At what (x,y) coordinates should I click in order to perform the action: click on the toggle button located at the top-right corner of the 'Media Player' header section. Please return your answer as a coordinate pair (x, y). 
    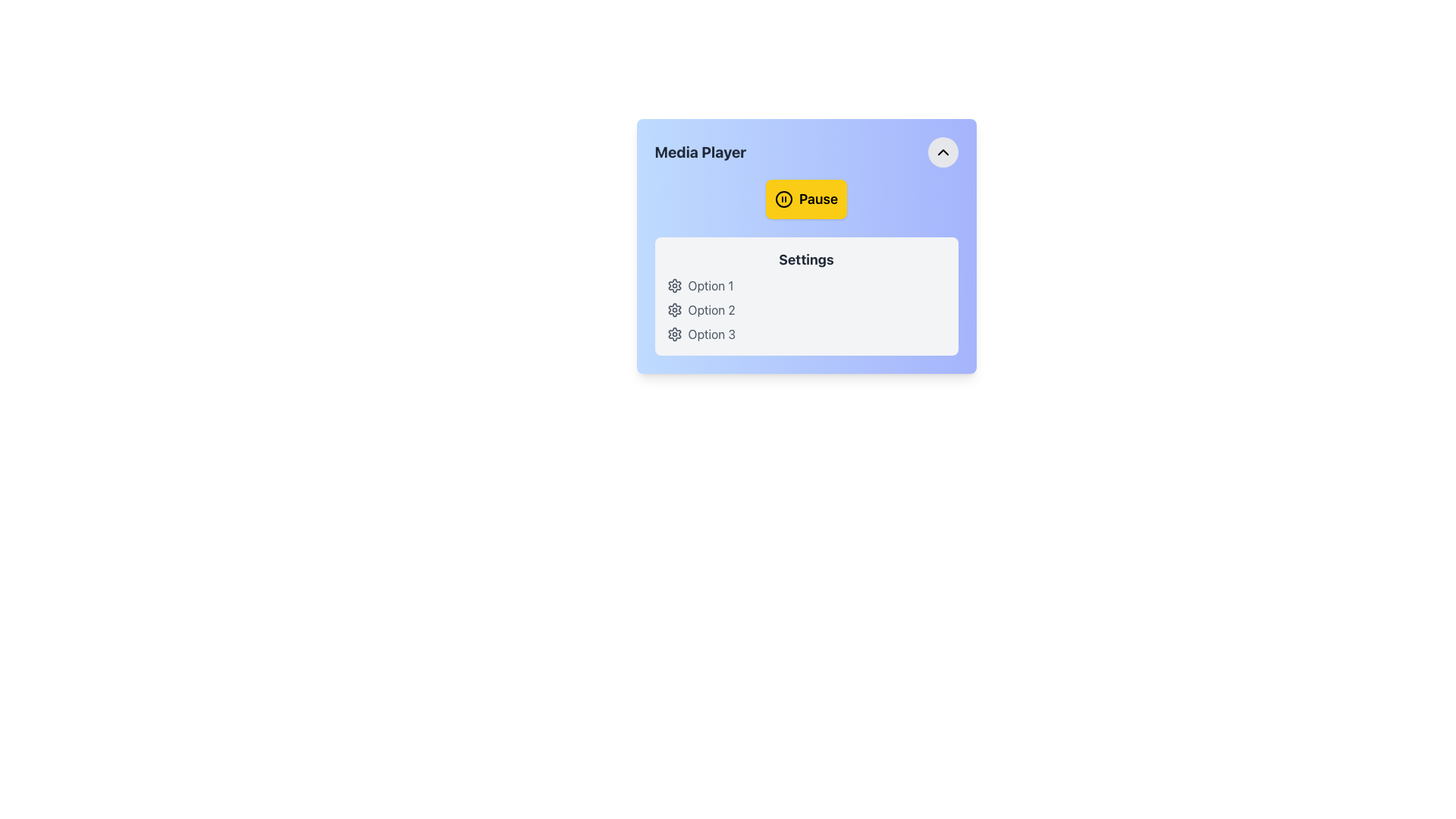
    Looking at the image, I should click on (942, 152).